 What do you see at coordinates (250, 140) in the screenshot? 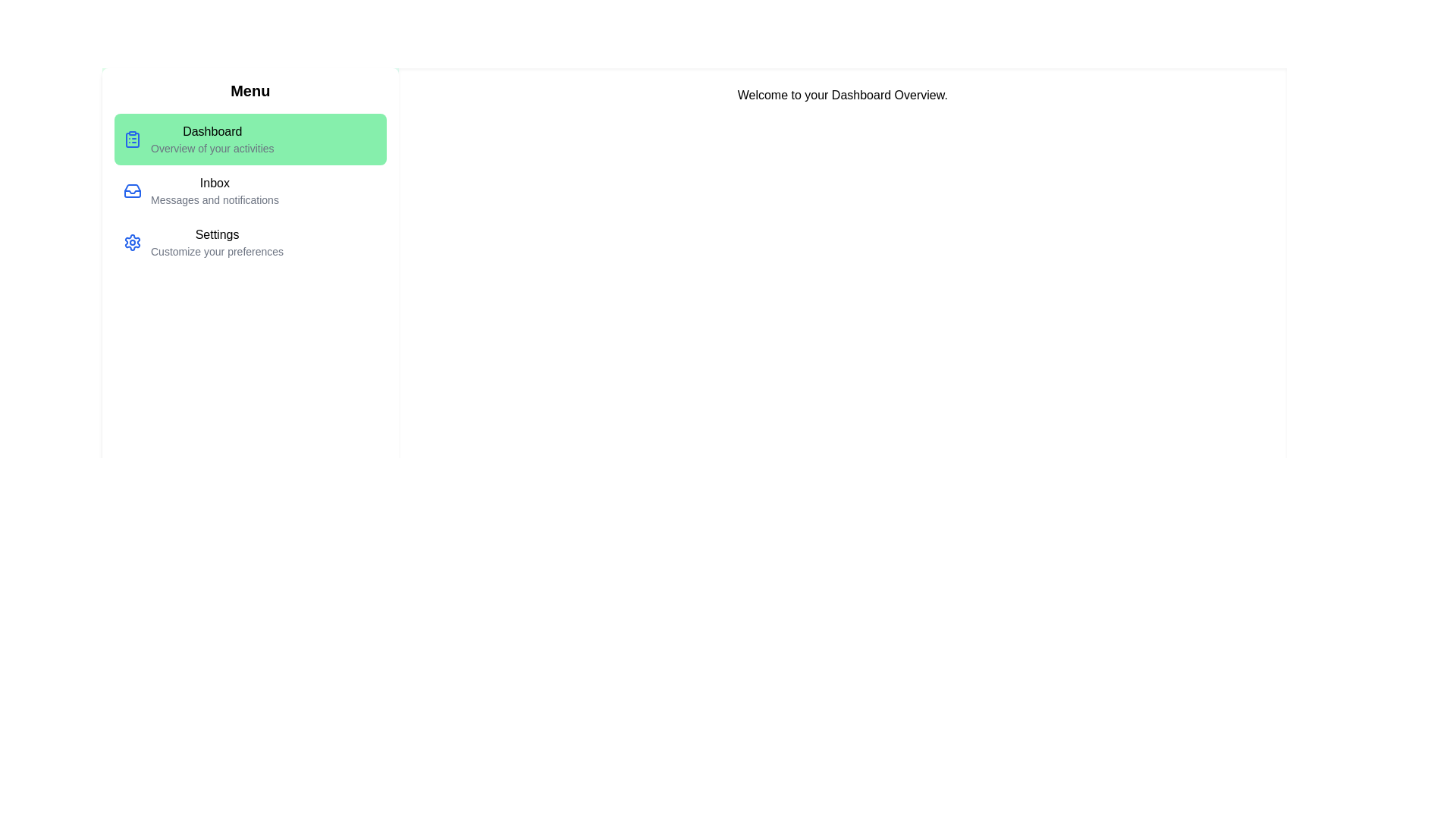
I see `the menu item Dashboard to navigate to the corresponding section` at bounding box center [250, 140].